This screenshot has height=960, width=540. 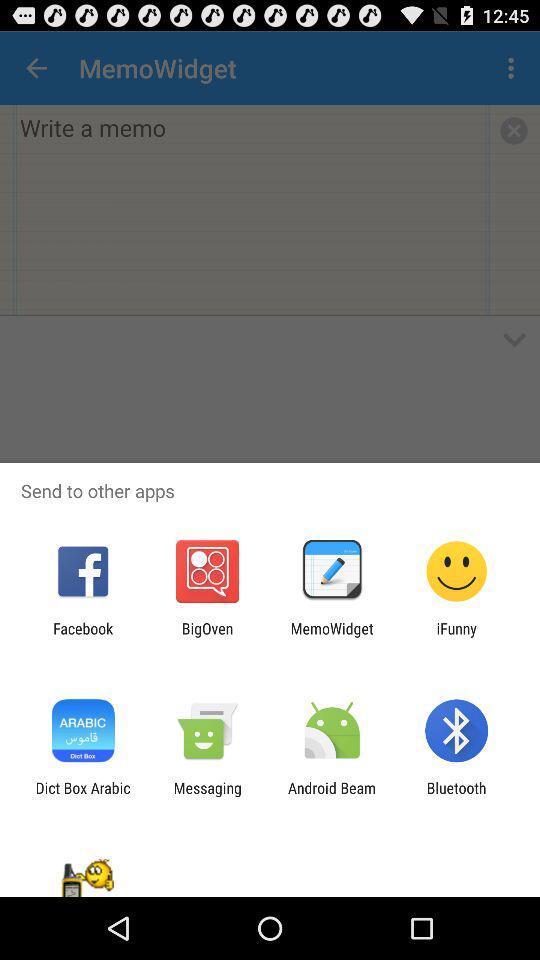 What do you see at coordinates (82, 796) in the screenshot?
I see `icon to the left of the messaging` at bounding box center [82, 796].